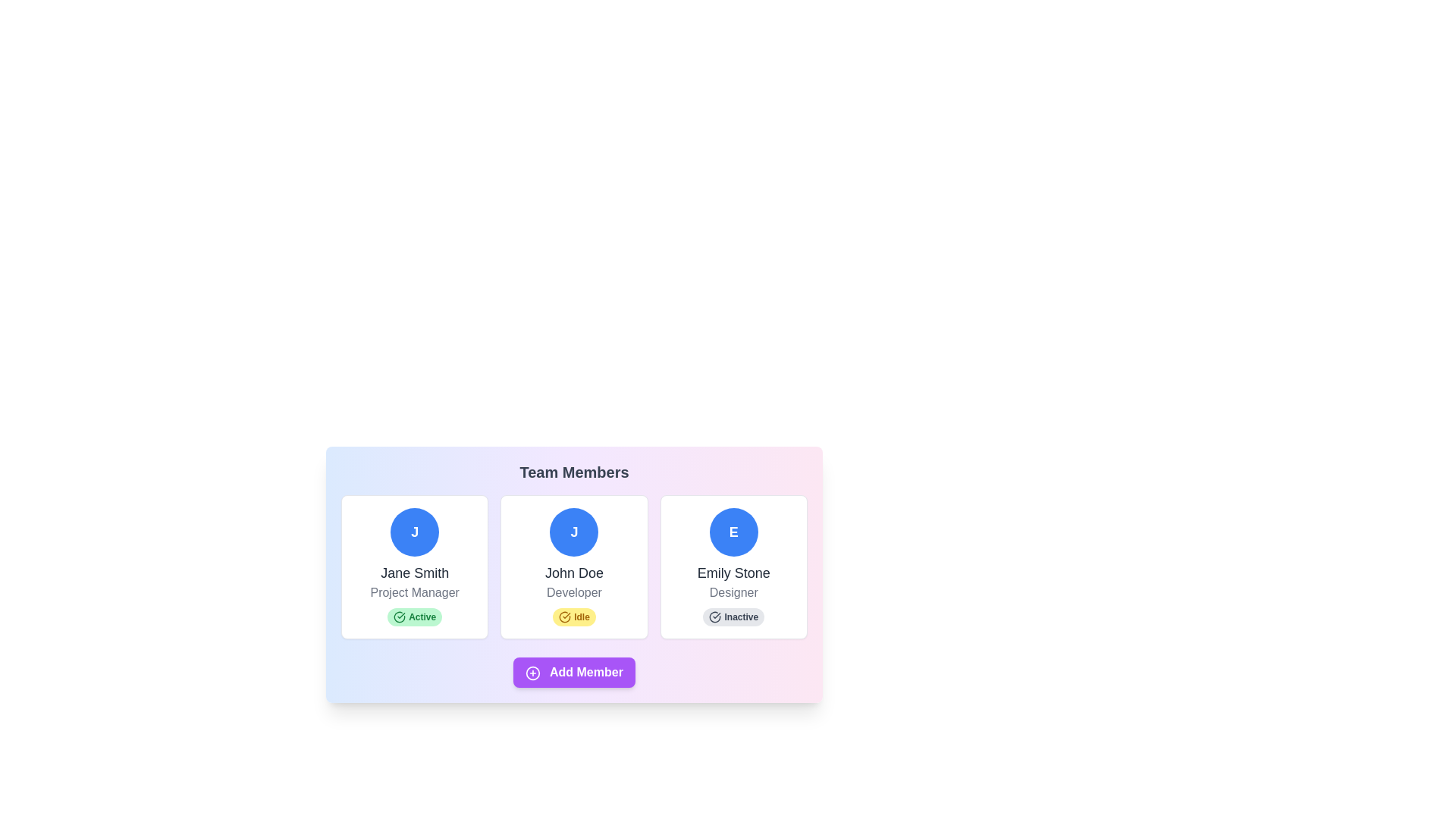  Describe the element at coordinates (533, 672) in the screenshot. I see `the circular part of the 'Add Member' icon, located in the lower middle region of the application's group of interactive buttons` at that location.